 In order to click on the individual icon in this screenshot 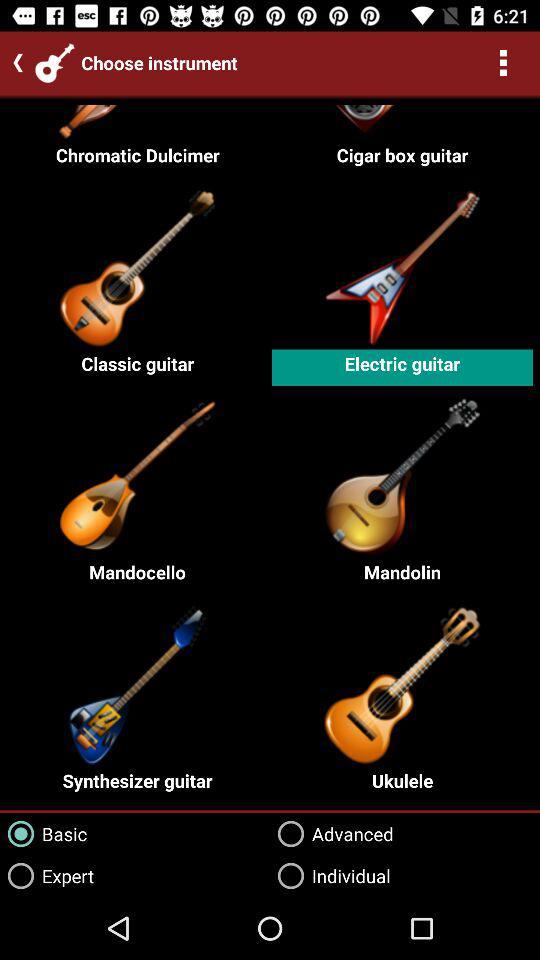, I will do `click(330, 875)`.